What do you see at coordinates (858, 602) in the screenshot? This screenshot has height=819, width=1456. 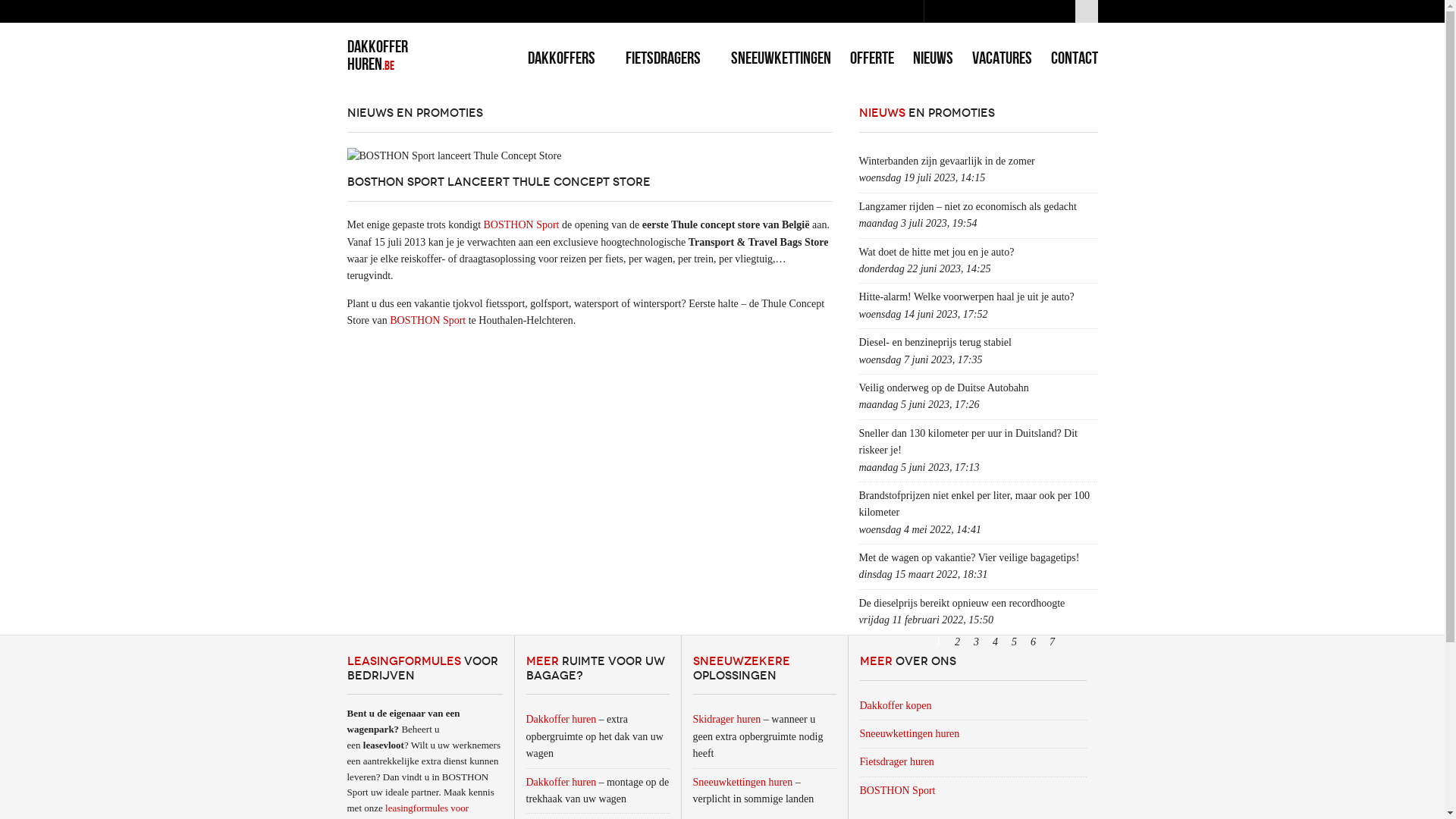 I see `'De dieselprijs bereikt opnieuw een recordhoogte'` at bounding box center [858, 602].